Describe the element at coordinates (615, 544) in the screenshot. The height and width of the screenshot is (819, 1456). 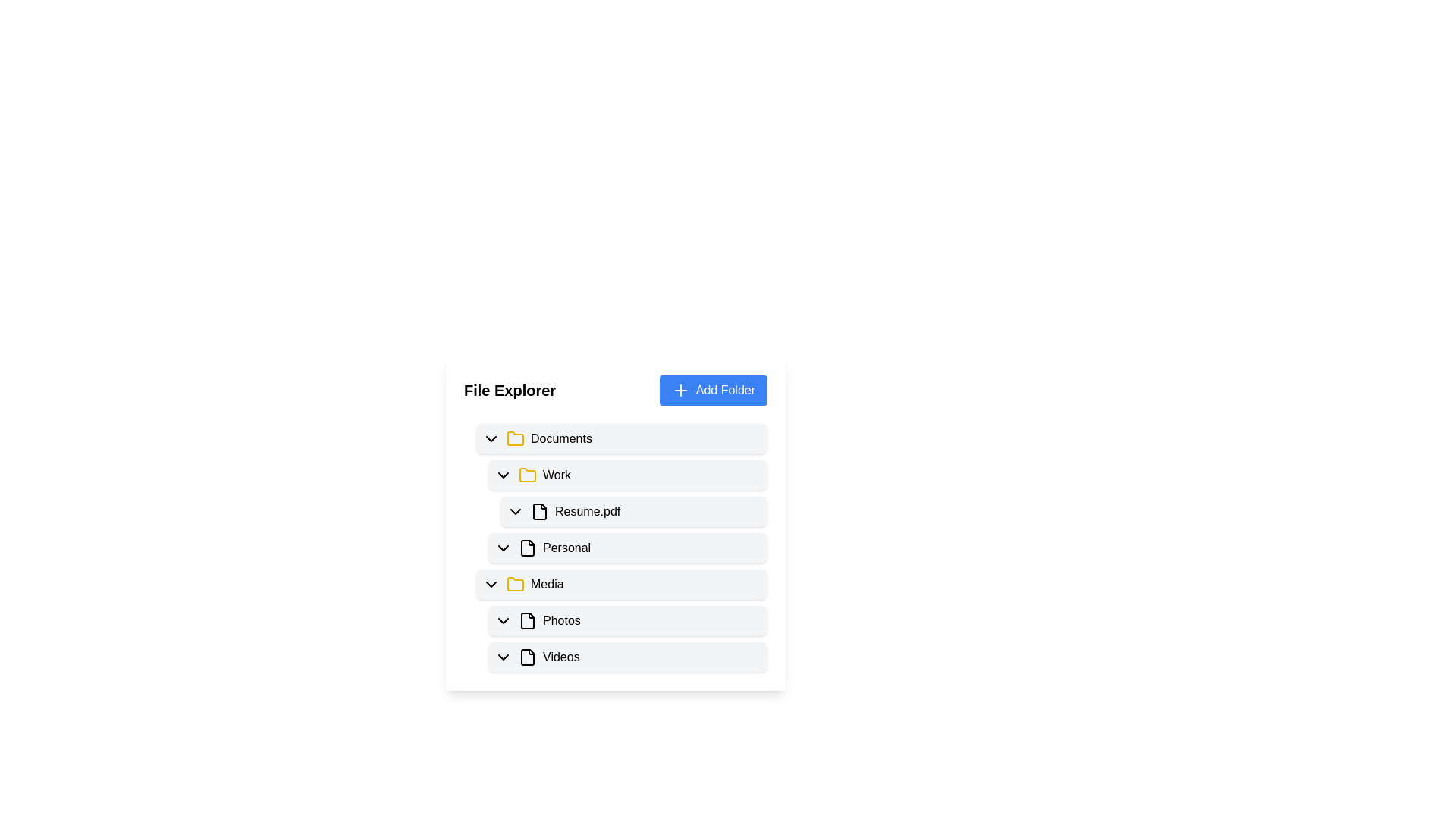
I see `the 'Personal' labeled menu item in the file explorer` at that location.